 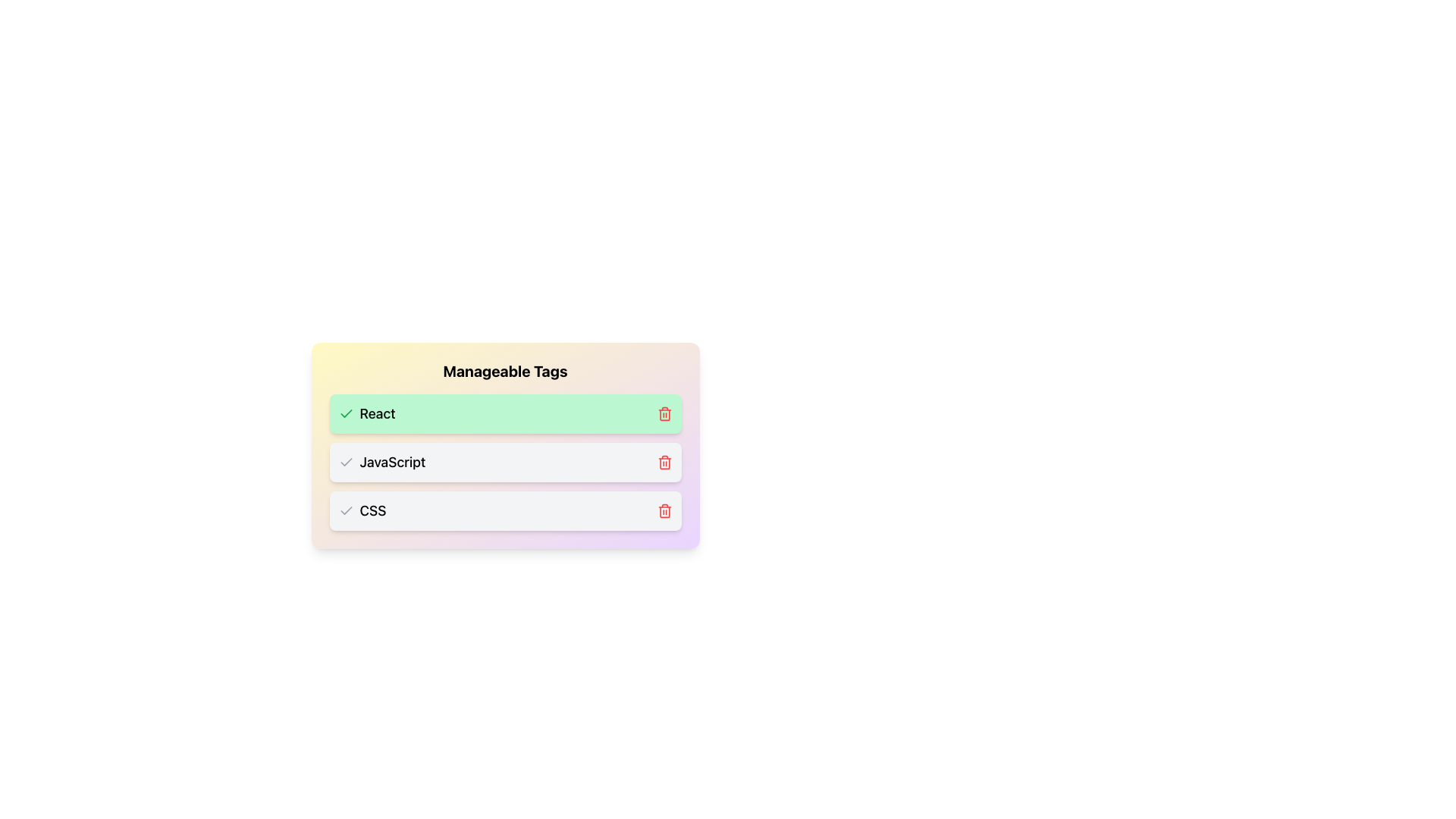 I want to click on text content of the label displaying 'CSS' in the third row of the 'Manageable Tags' list, so click(x=373, y=511).